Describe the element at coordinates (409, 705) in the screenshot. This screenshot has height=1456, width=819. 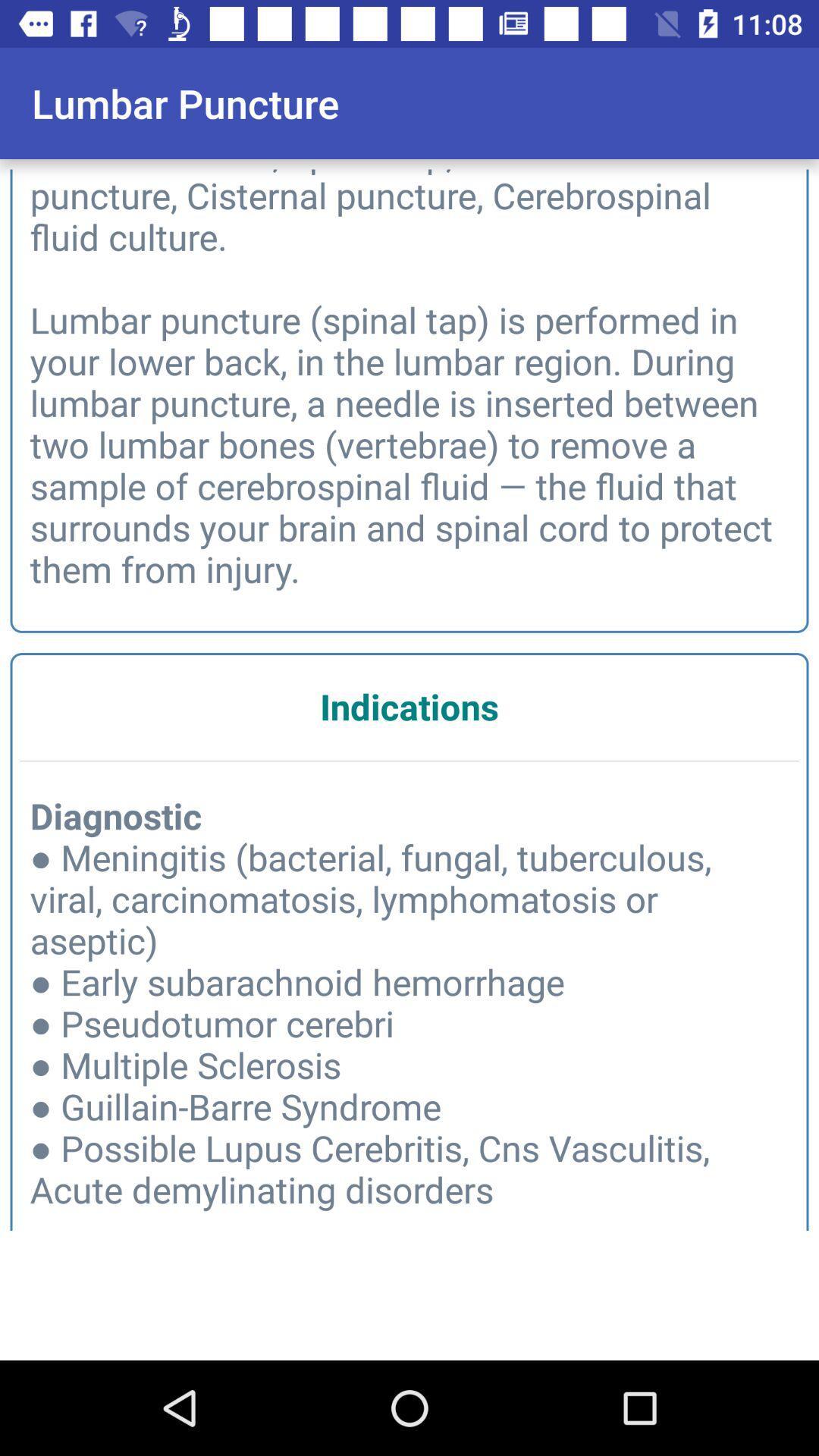
I see `indications icon` at that location.